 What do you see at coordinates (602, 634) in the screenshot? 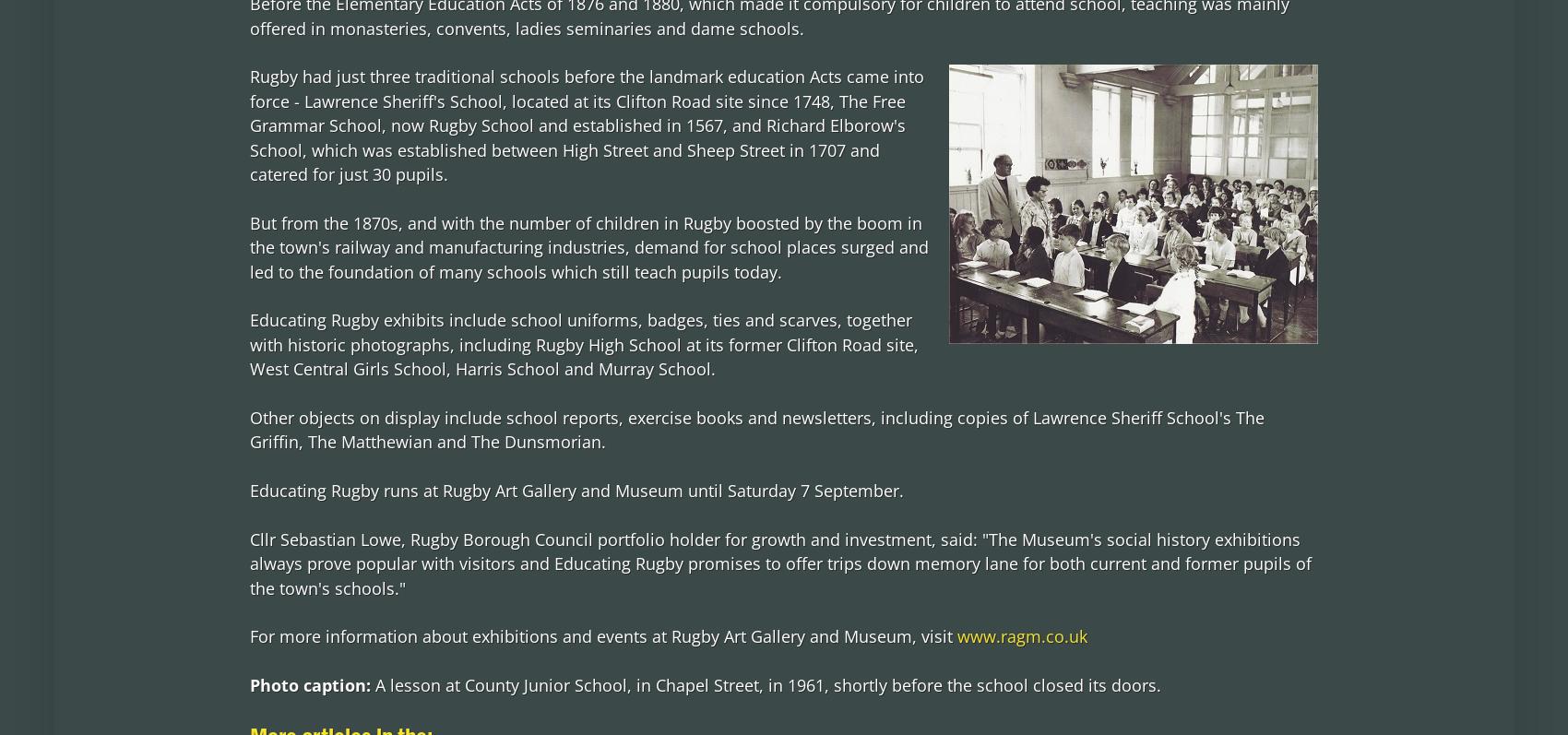
I see `'For more information about exhibitions and events at Rugby Art Gallery and Museum, visit'` at bounding box center [602, 634].